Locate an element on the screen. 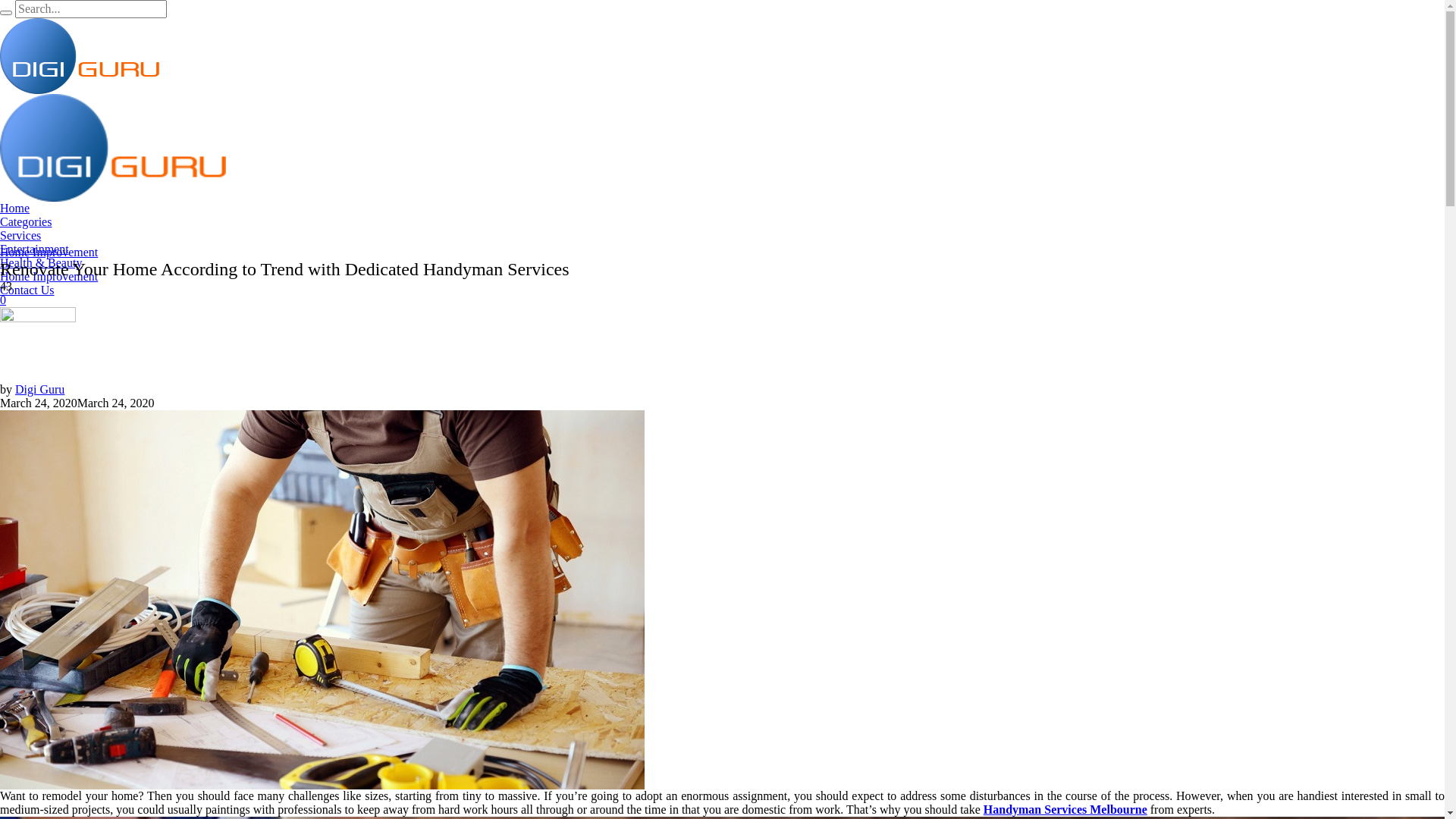  'Contact Us' is located at coordinates (0, 290).